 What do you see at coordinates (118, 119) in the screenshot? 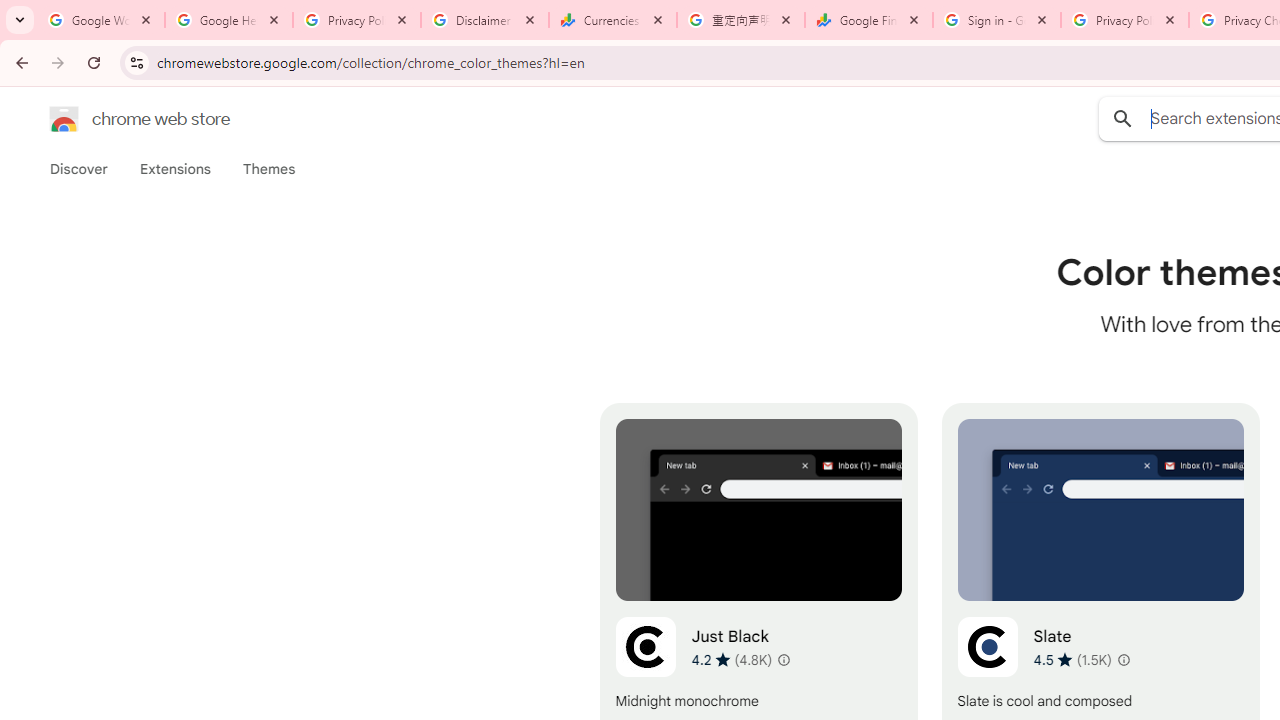
I see `'Chrome Web Store logo chrome web store'` at bounding box center [118, 119].